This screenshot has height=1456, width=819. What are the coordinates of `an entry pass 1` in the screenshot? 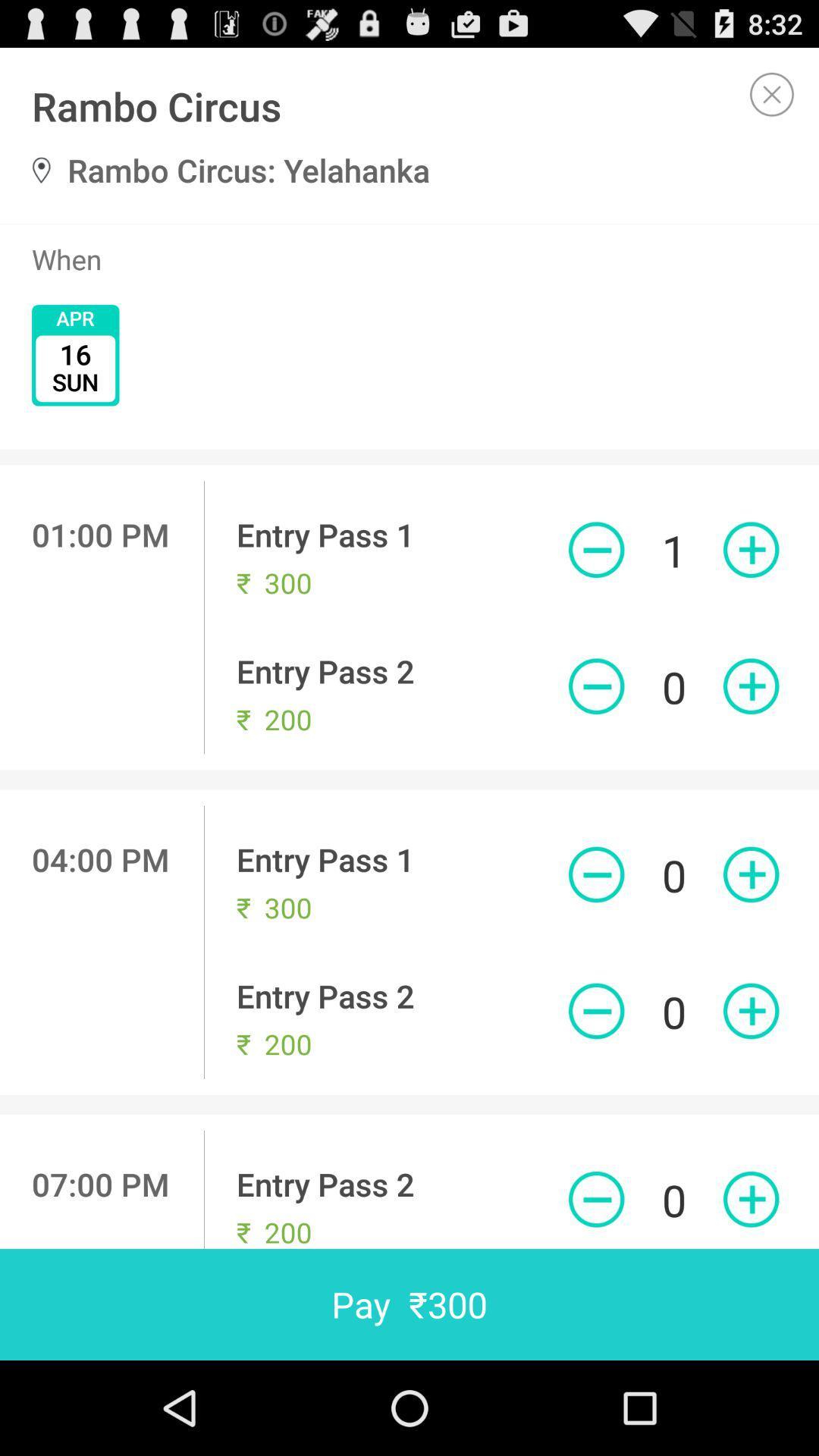 It's located at (751, 549).